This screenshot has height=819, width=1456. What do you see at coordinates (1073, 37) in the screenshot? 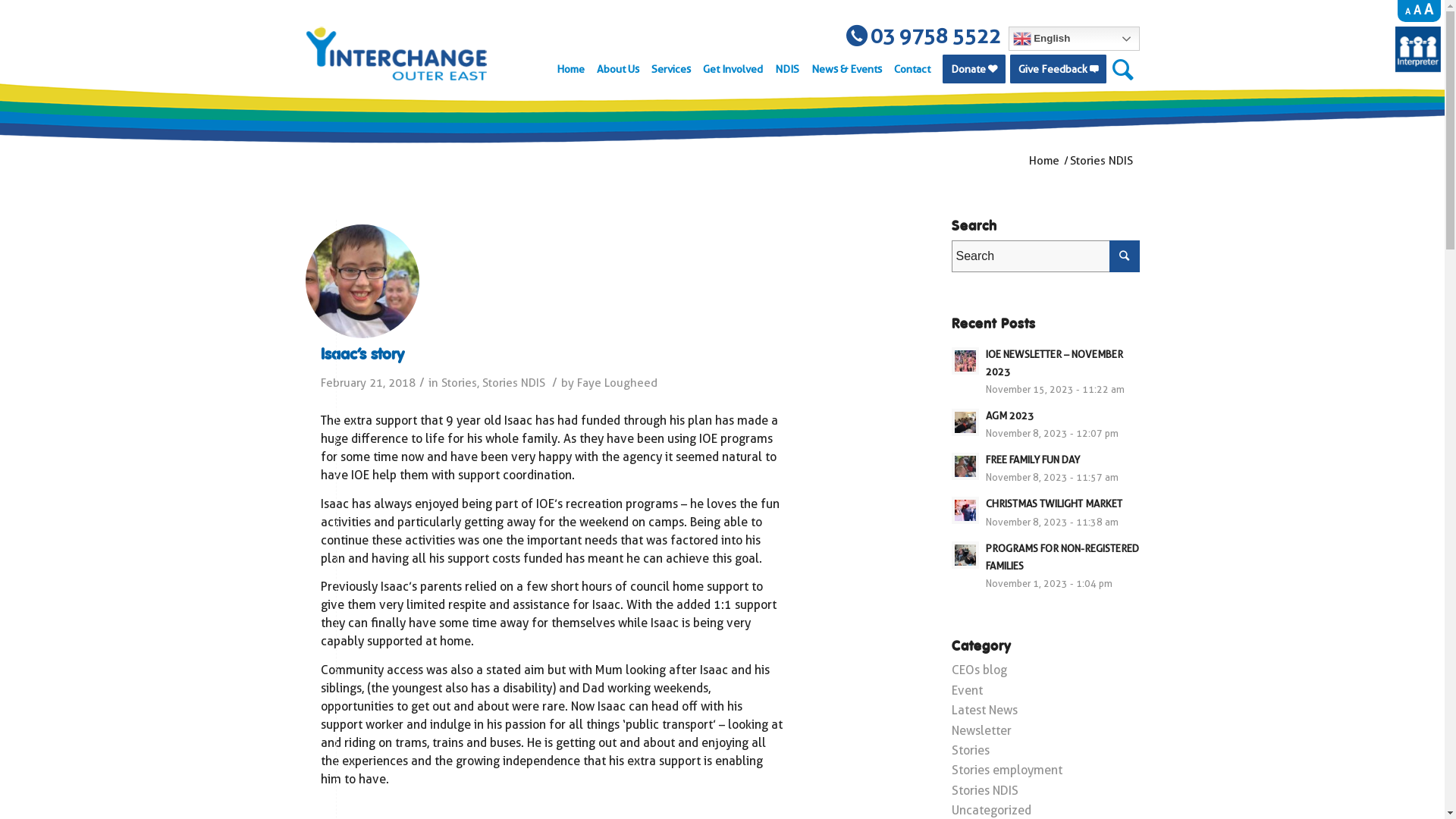
I see `'English'` at bounding box center [1073, 37].